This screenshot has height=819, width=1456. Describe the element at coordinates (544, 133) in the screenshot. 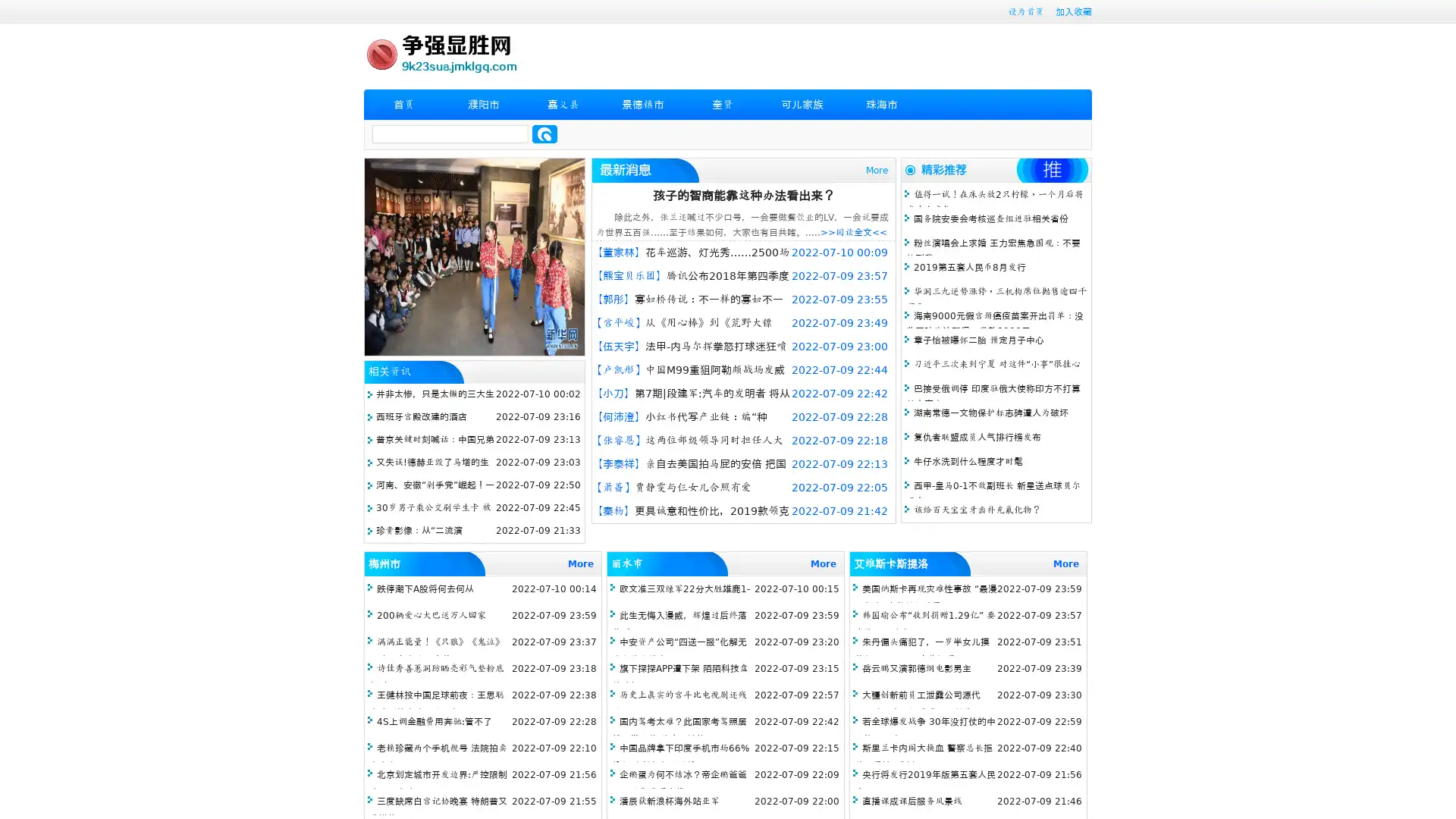

I see `Search` at that location.